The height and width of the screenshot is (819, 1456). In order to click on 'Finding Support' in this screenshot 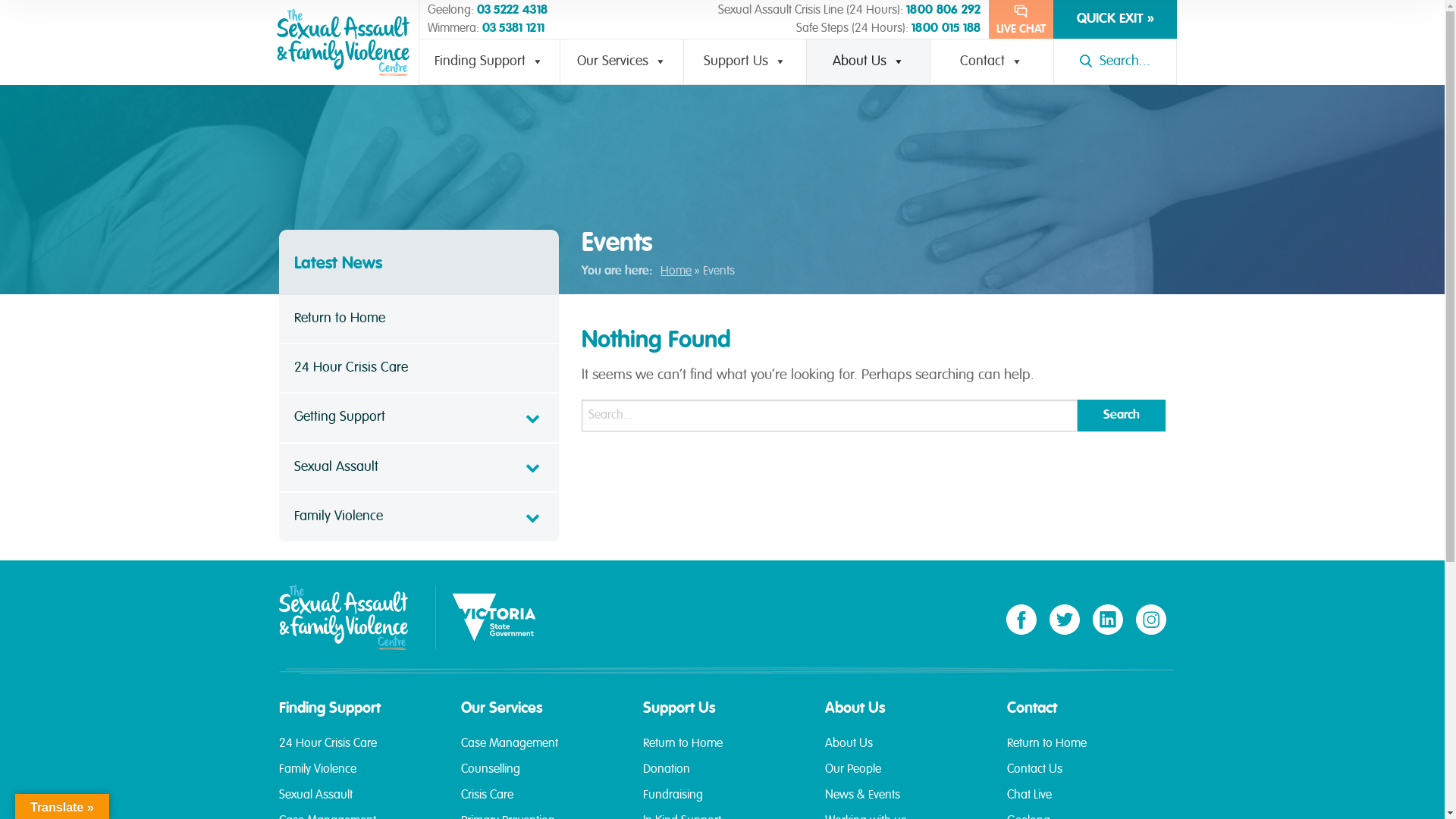, I will do `click(490, 61)`.